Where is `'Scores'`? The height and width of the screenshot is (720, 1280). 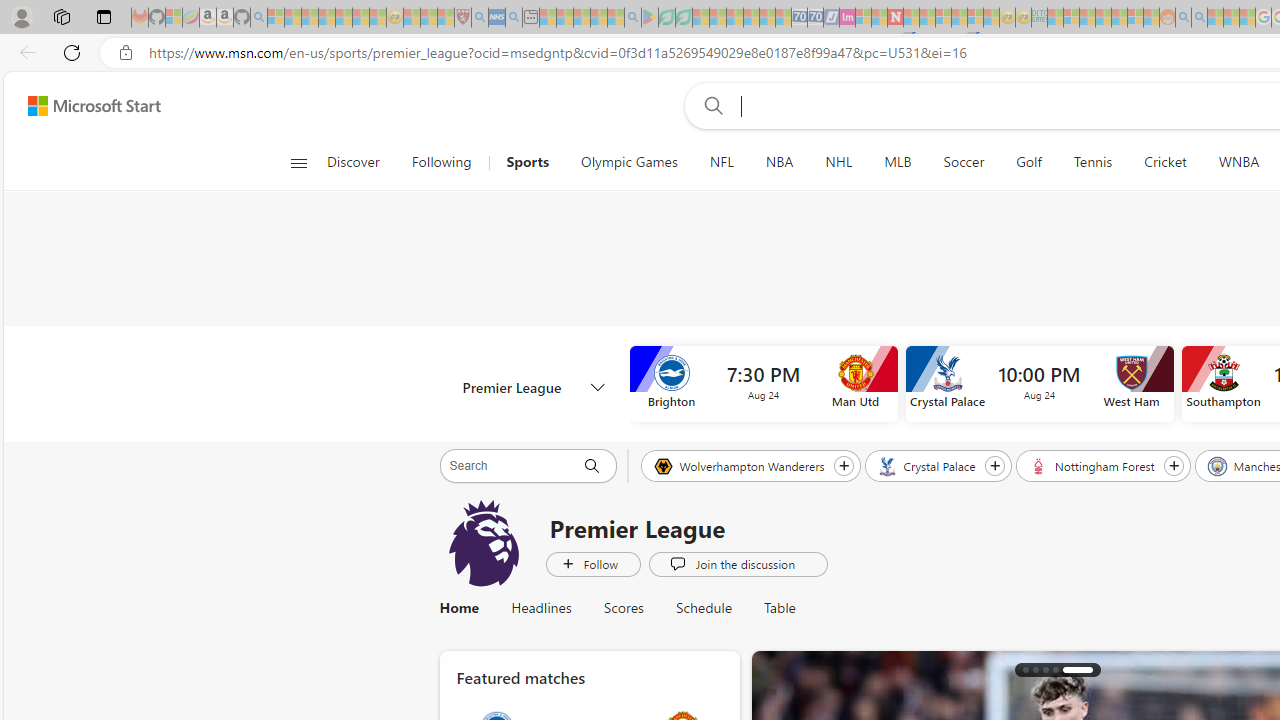
'Scores' is located at coordinates (623, 607).